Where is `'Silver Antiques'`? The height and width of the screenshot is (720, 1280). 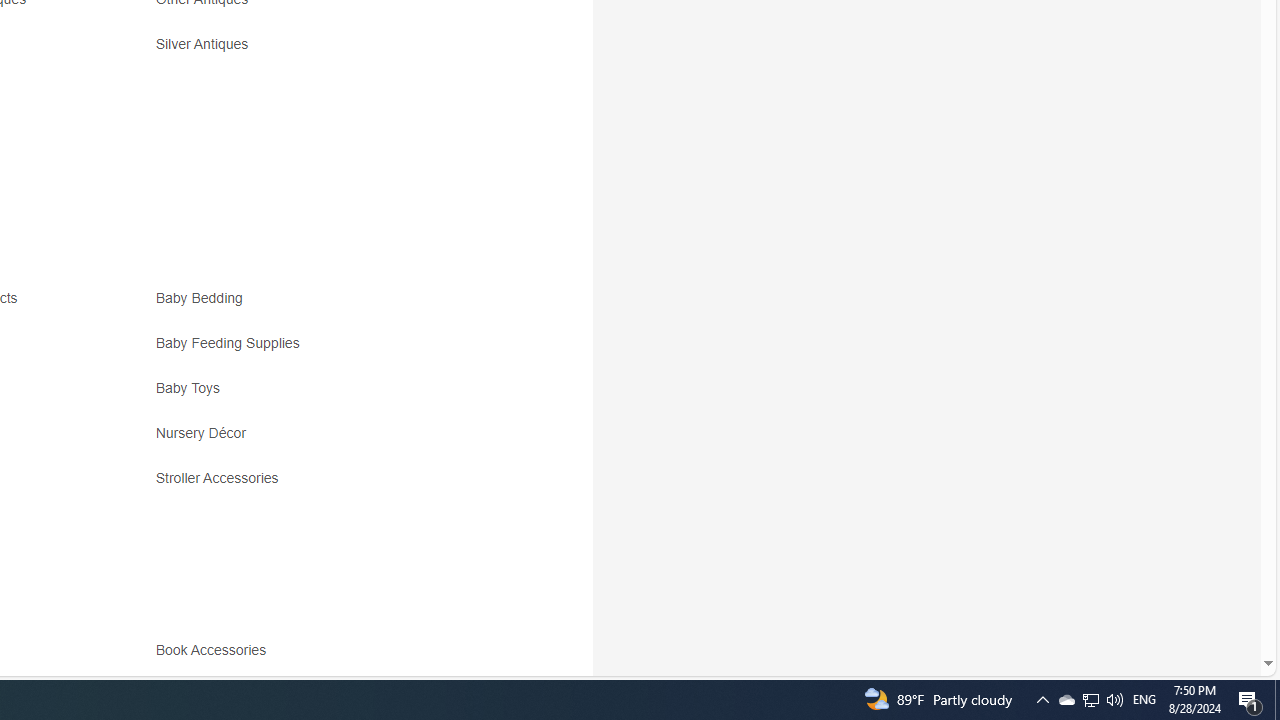
'Silver Antiques' is located at coordinates (332, 50).